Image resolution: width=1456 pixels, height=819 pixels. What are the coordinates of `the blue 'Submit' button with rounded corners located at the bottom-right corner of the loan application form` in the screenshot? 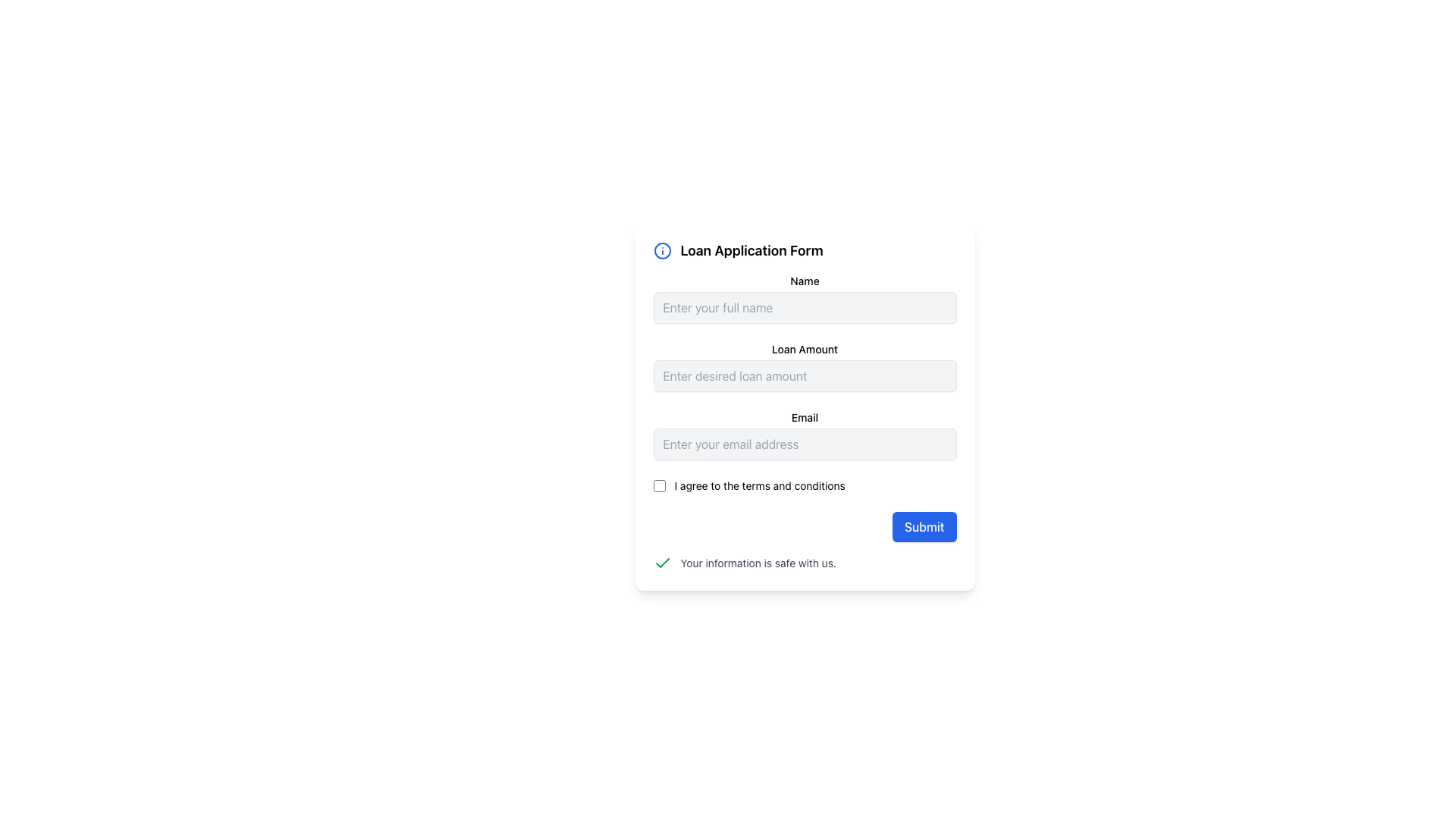 It's located at (924, 526).